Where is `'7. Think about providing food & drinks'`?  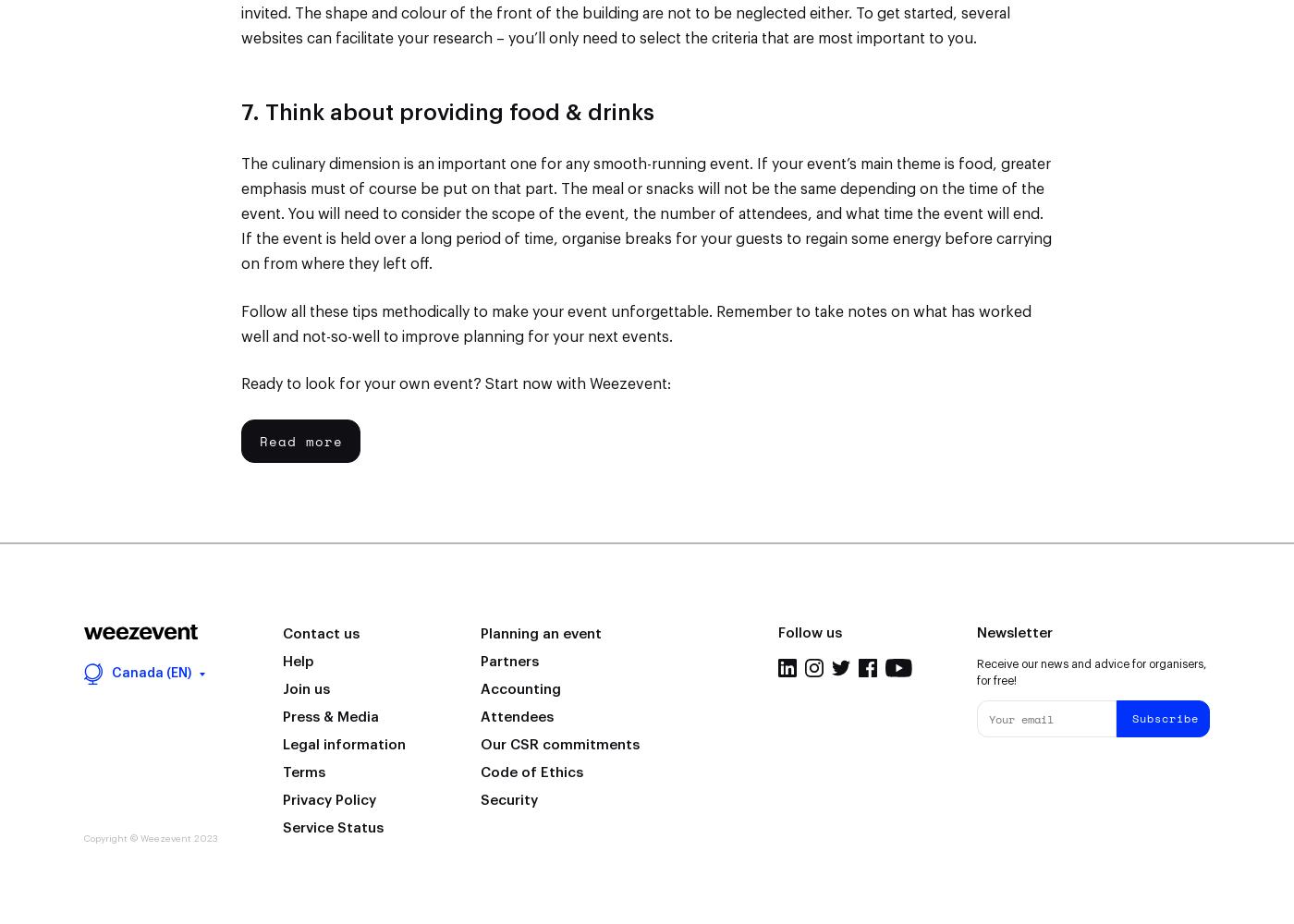
'7. Think about providing food & drinks' is located at coordinates (447, 112).